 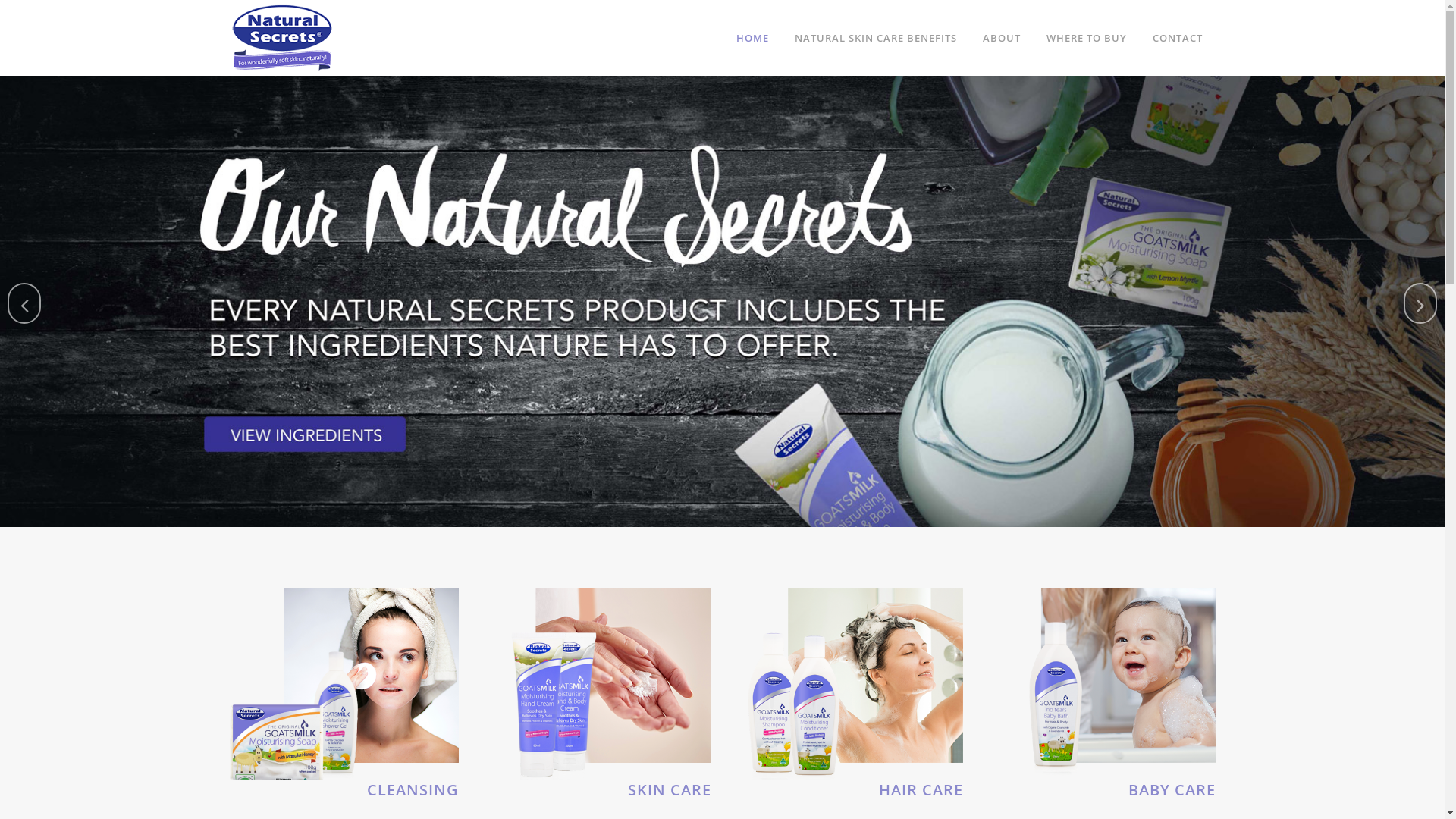 What do you see at coordinates (874, 37) in the screenshot?
I see `'NATURAL SKIN CARE BENEFITS'` at bounding box center [874, 37].